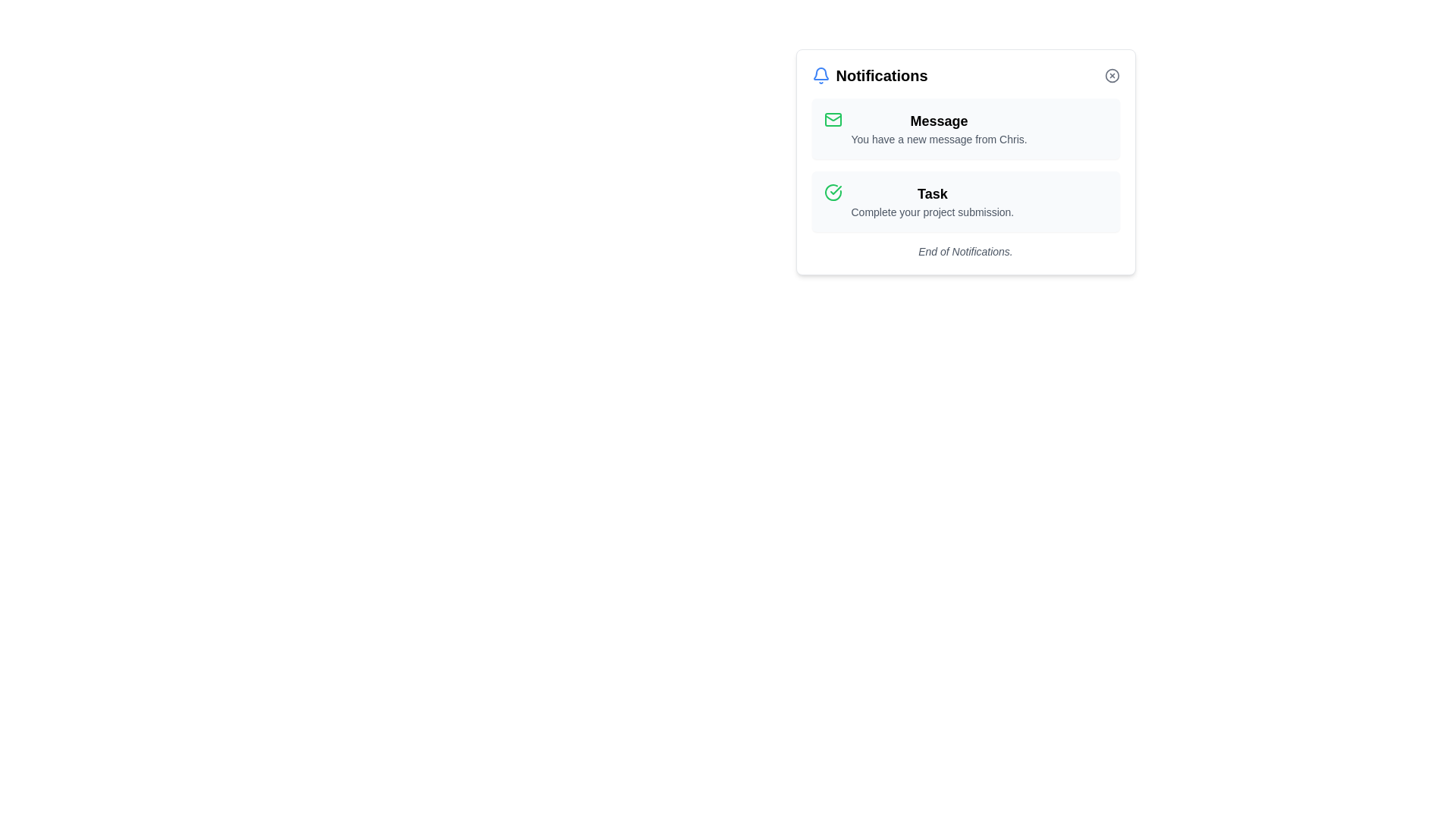  What do you see at coordinates (1112, 76) in the screenshot?
I see `the circular button with an 'X' inside, located at the top right corner of the notifications panel` at bounding box center [1112, 76].